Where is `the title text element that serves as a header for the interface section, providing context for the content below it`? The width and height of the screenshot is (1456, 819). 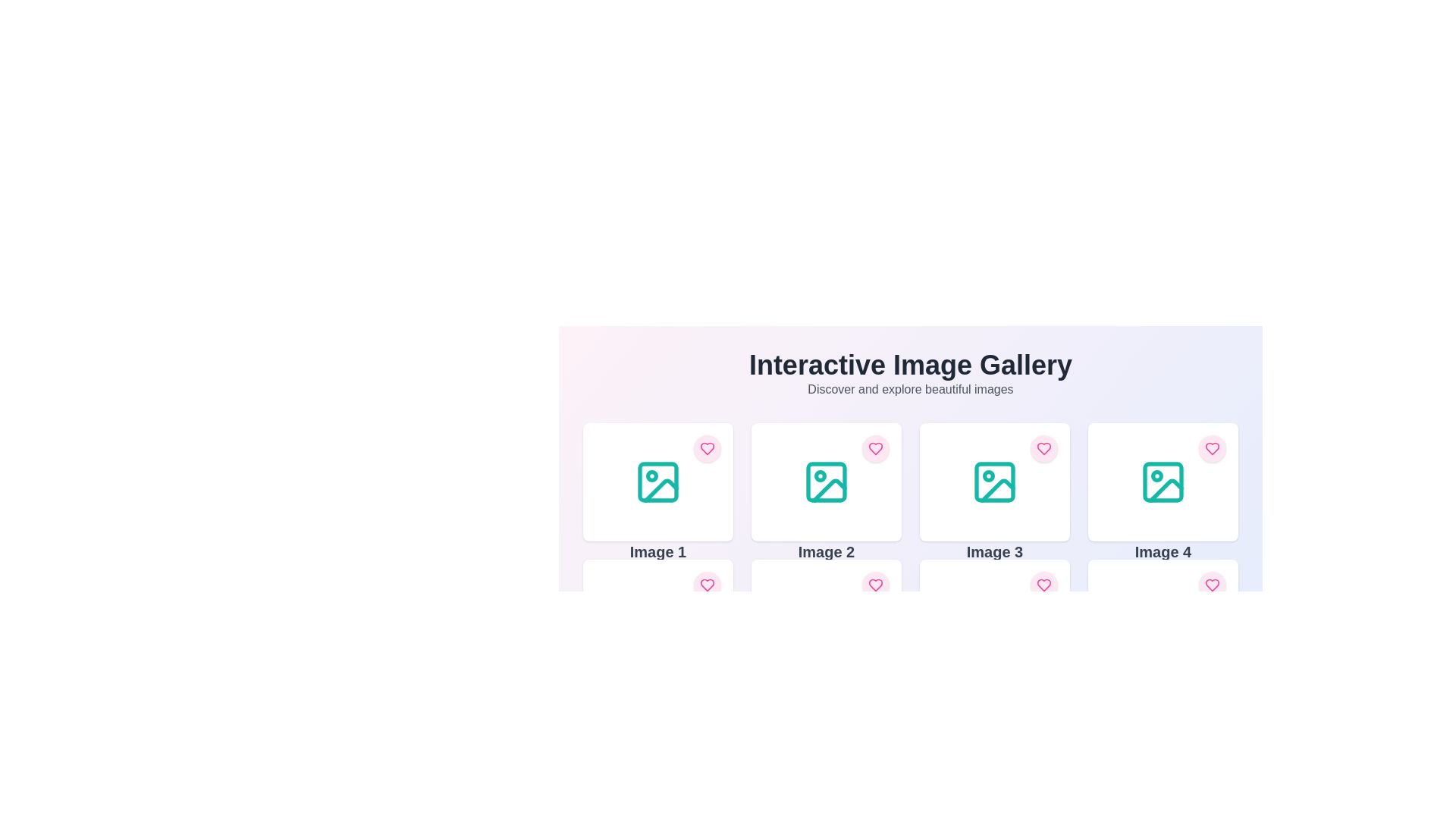 the title text element that serves as a header for the interface section, providing context for the content below it is located at coordinates (910, 366).